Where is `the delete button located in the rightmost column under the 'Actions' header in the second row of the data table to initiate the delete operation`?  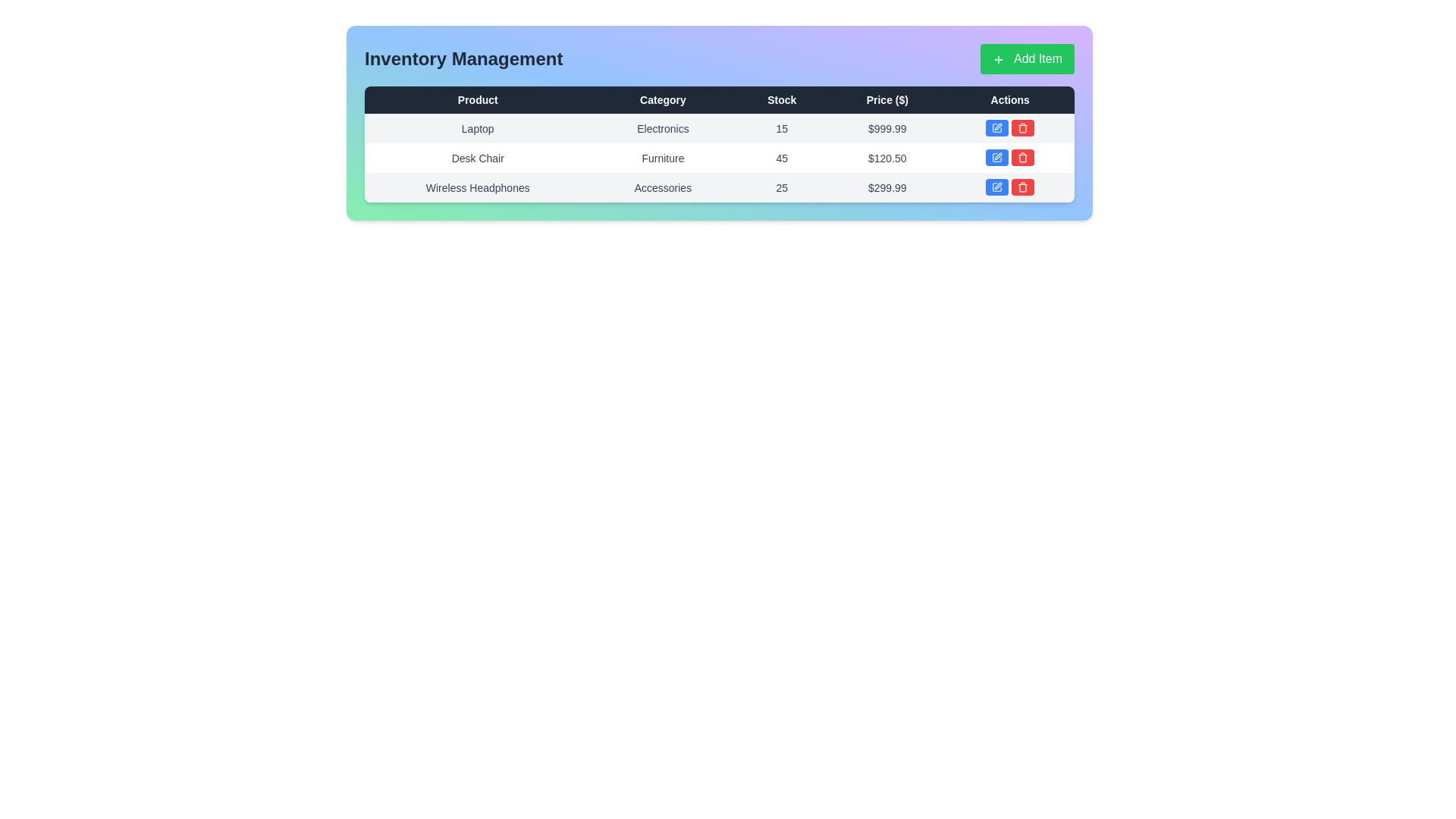 the delete button located in the rightmost column under the 'Actions' header in the second row of the data table to initiate the delete operation is located at coordinates (1023, 127).